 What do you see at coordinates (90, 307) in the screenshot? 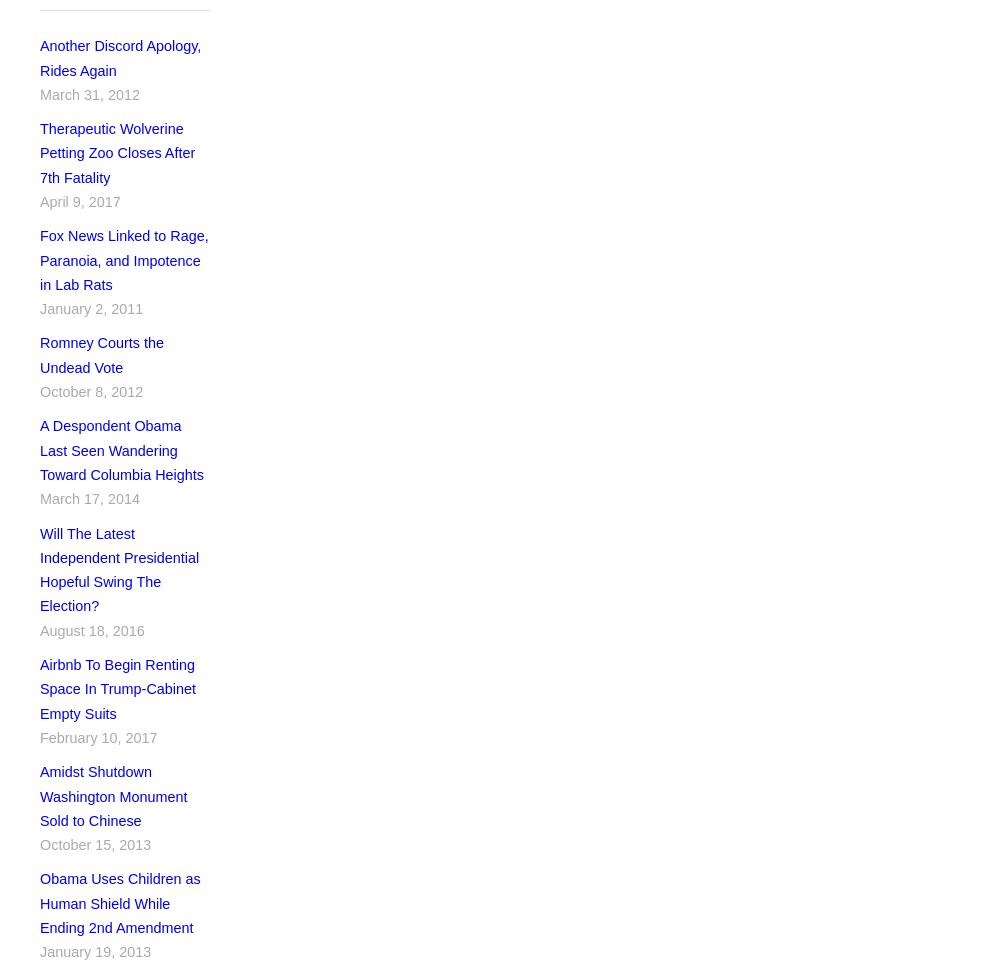
I see `'January 2, 2011'` at bounding box center [90, 307].